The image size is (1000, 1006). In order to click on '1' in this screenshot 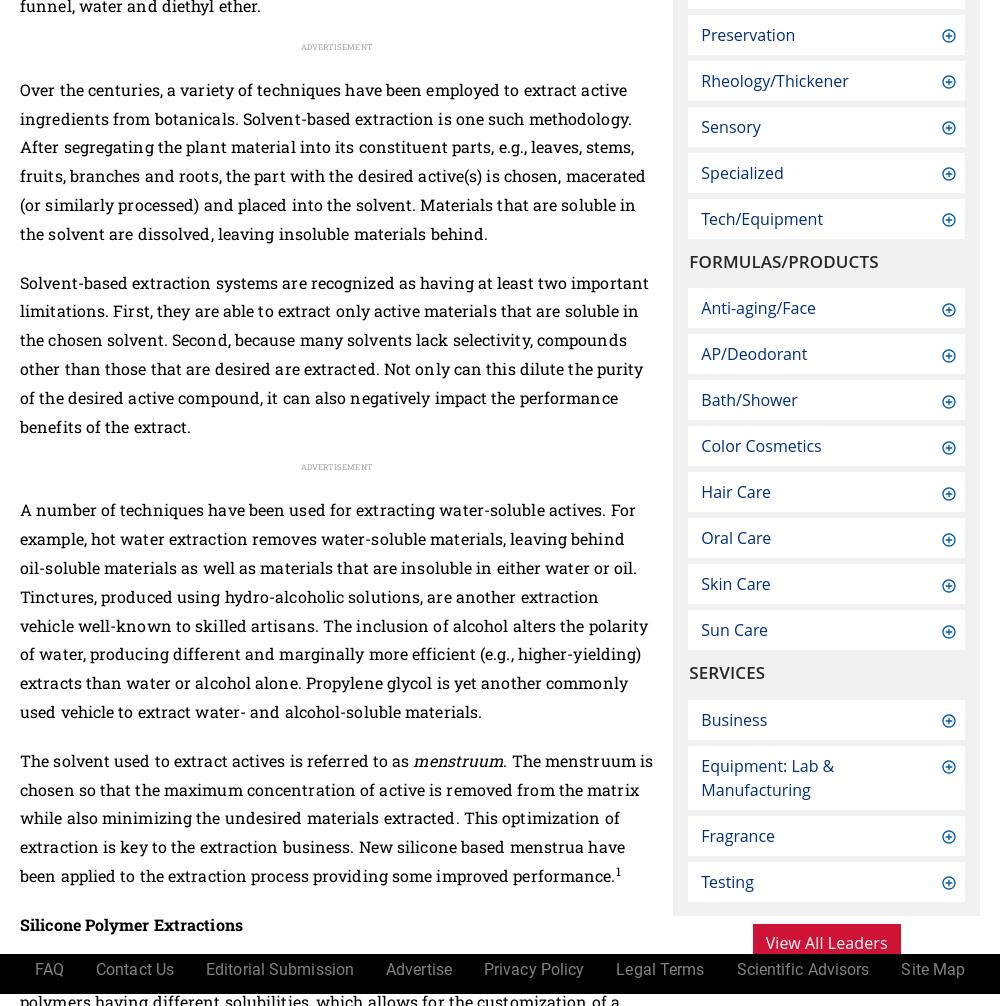, I will do `click(616, 868)`.